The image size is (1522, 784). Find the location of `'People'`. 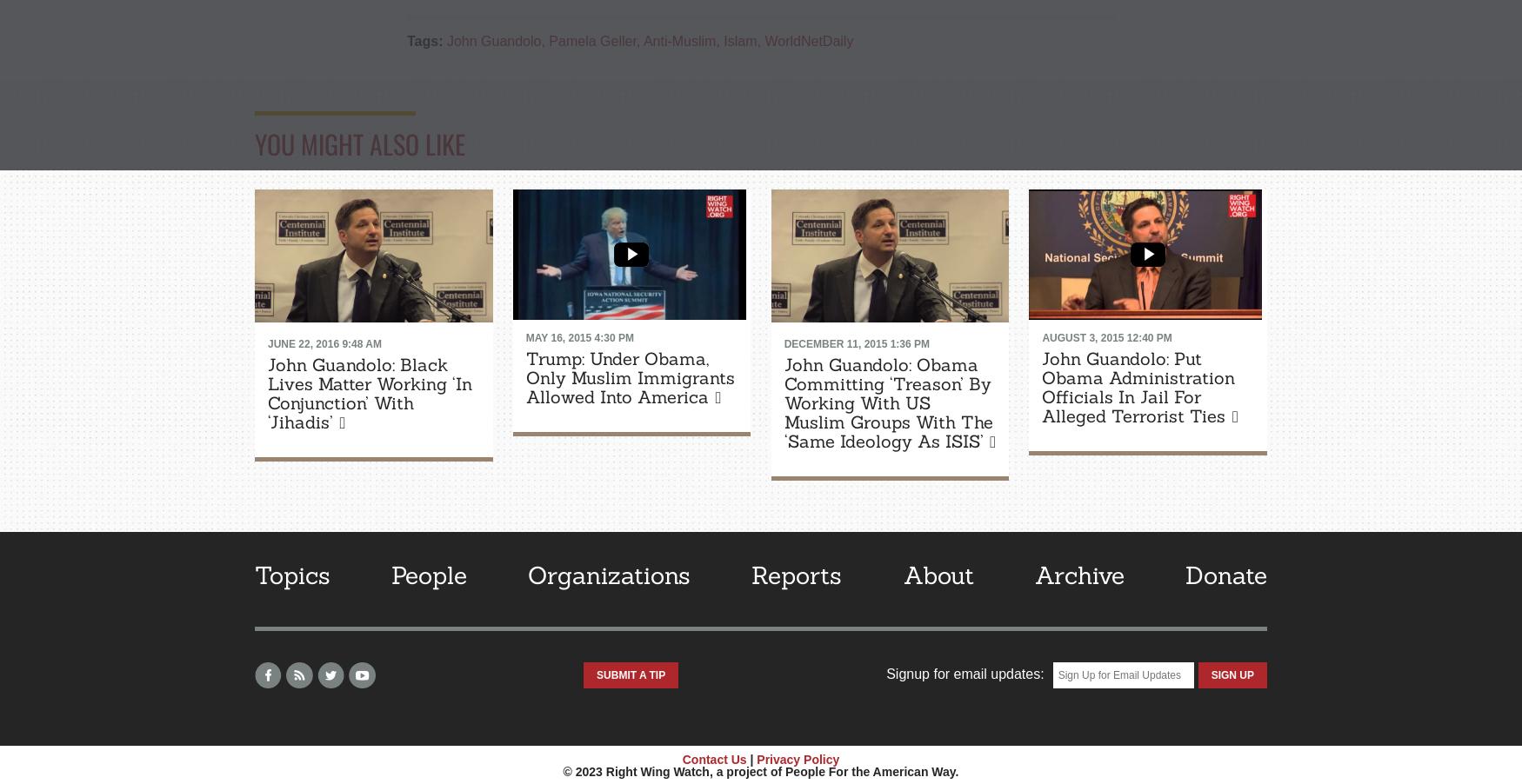

'People' is located at coordinates (429, 573).